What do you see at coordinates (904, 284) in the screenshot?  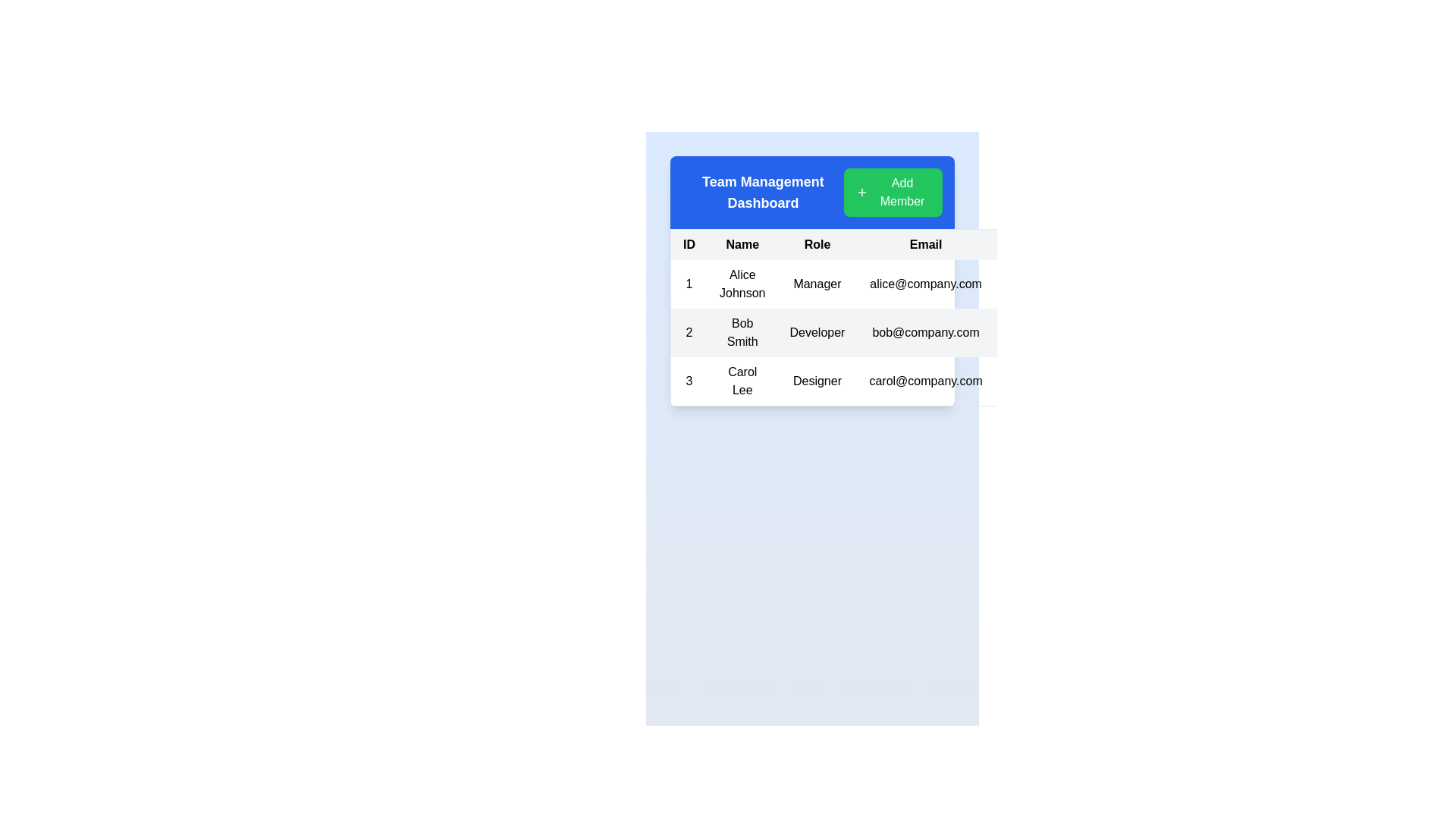 I see `the first row of the table containing ID '1', Name 'Alice Johnson', Role 'Manager', and Email 'alice@company.com'` at bounding box center [904, 284].